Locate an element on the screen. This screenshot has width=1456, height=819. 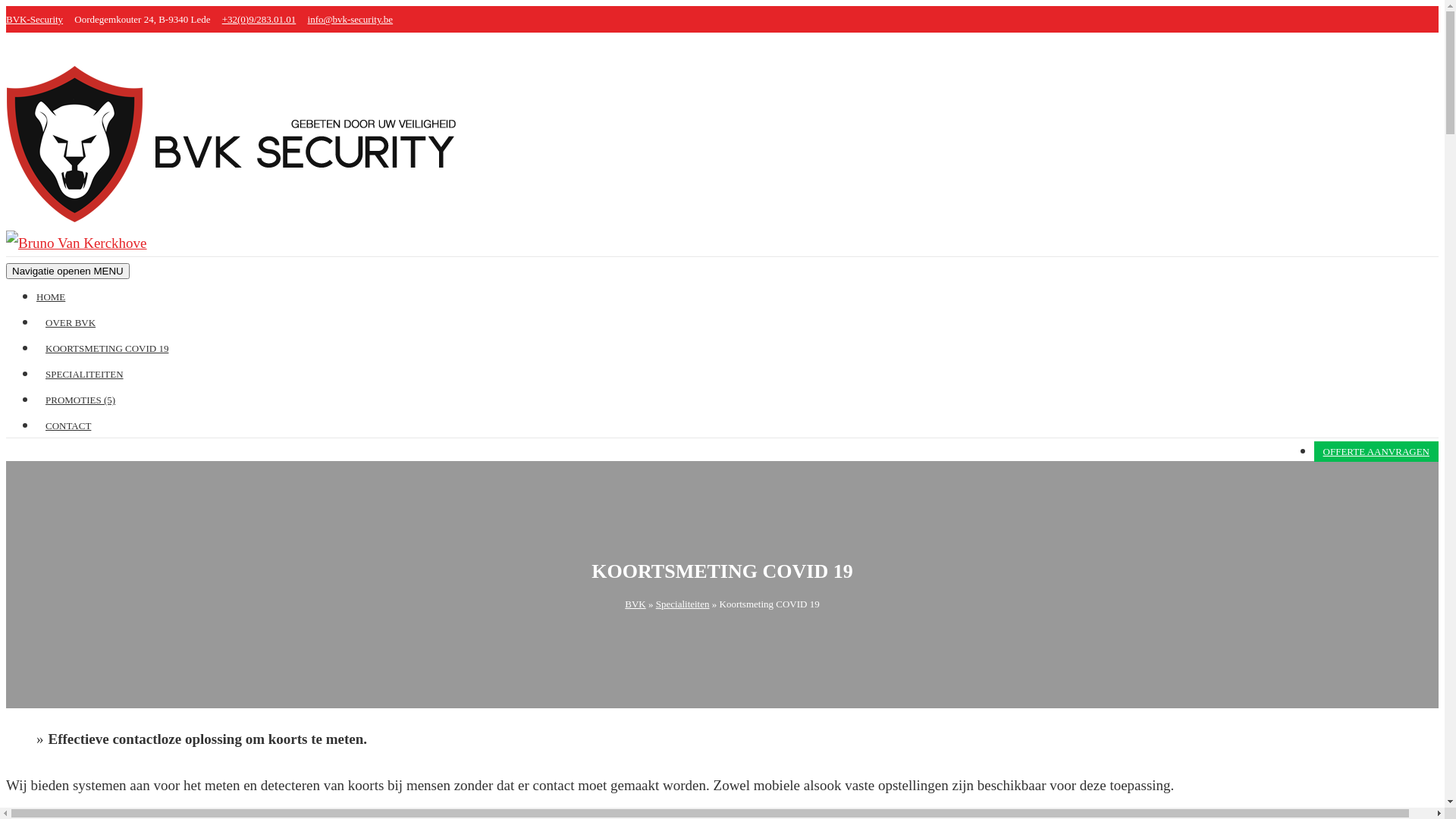
'+32(0)9/283.01.01' is located at coordinates (259, 19).